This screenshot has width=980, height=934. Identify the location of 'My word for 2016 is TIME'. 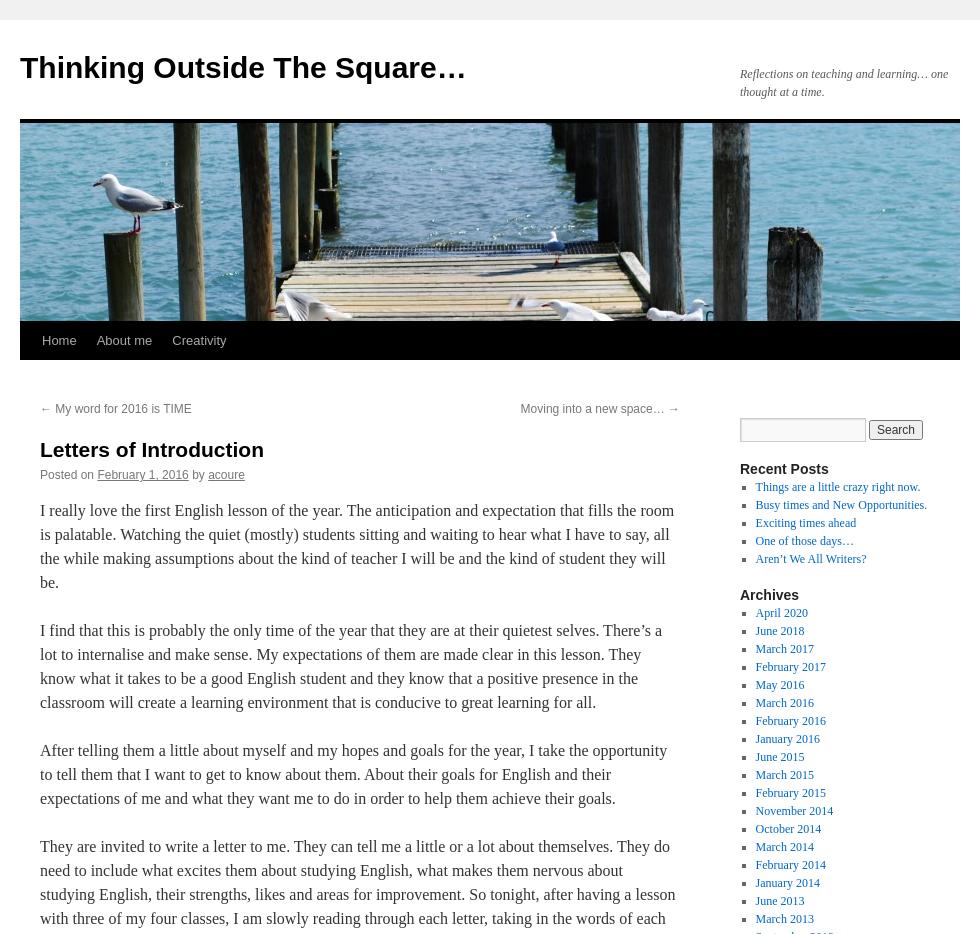
(121, 407).